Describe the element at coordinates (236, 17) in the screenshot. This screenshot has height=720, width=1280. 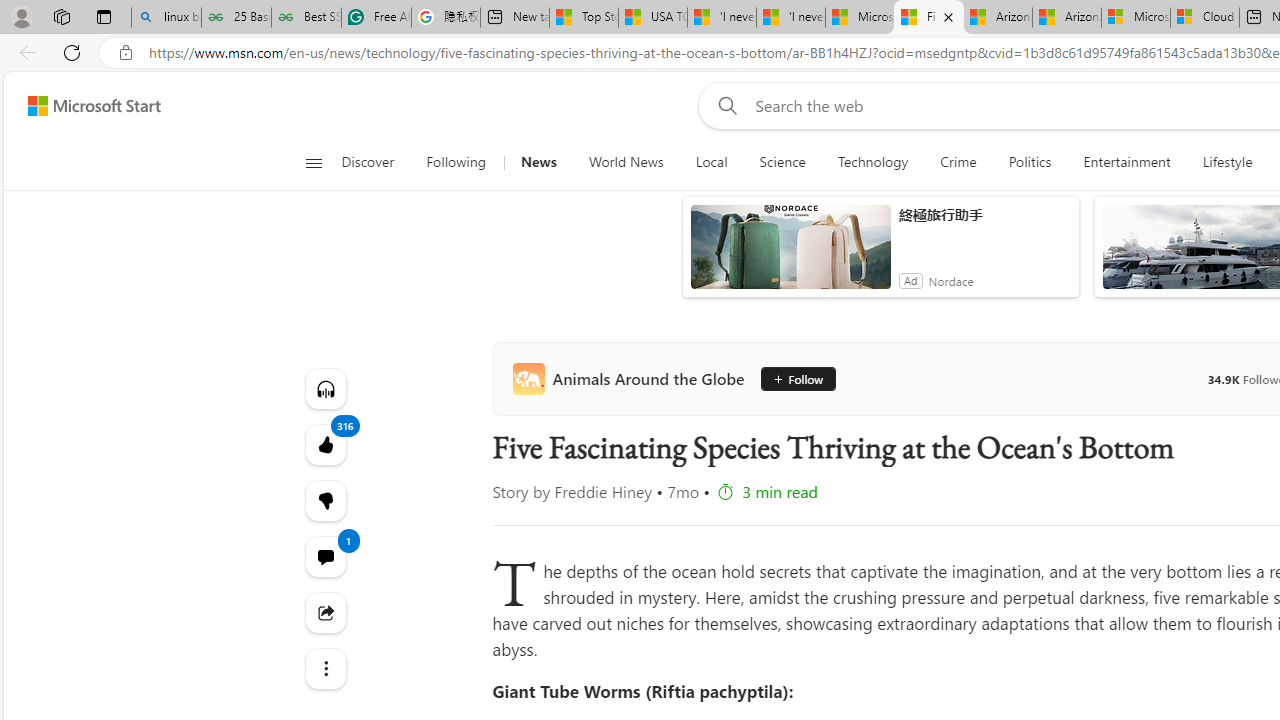
I see `'25 Basic Linux Commands For Beginners - GeeksforGeeks'` at that location.